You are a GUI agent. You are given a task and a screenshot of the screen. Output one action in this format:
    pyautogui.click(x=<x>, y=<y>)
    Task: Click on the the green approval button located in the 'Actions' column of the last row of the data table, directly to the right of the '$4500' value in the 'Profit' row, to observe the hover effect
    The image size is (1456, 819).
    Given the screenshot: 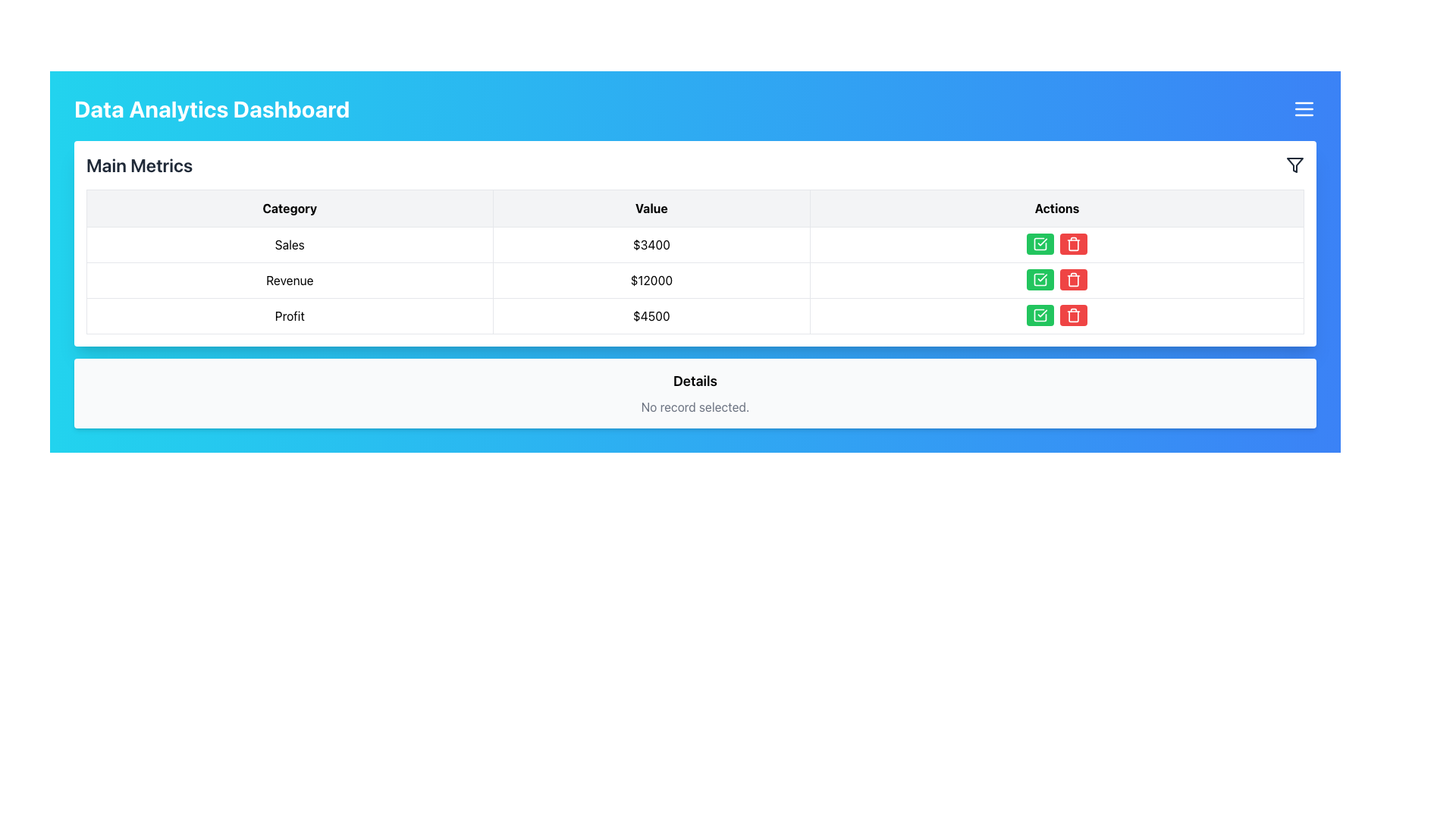 What is the action you would take?
    pyautogui.click(x=1040, y=315)
    